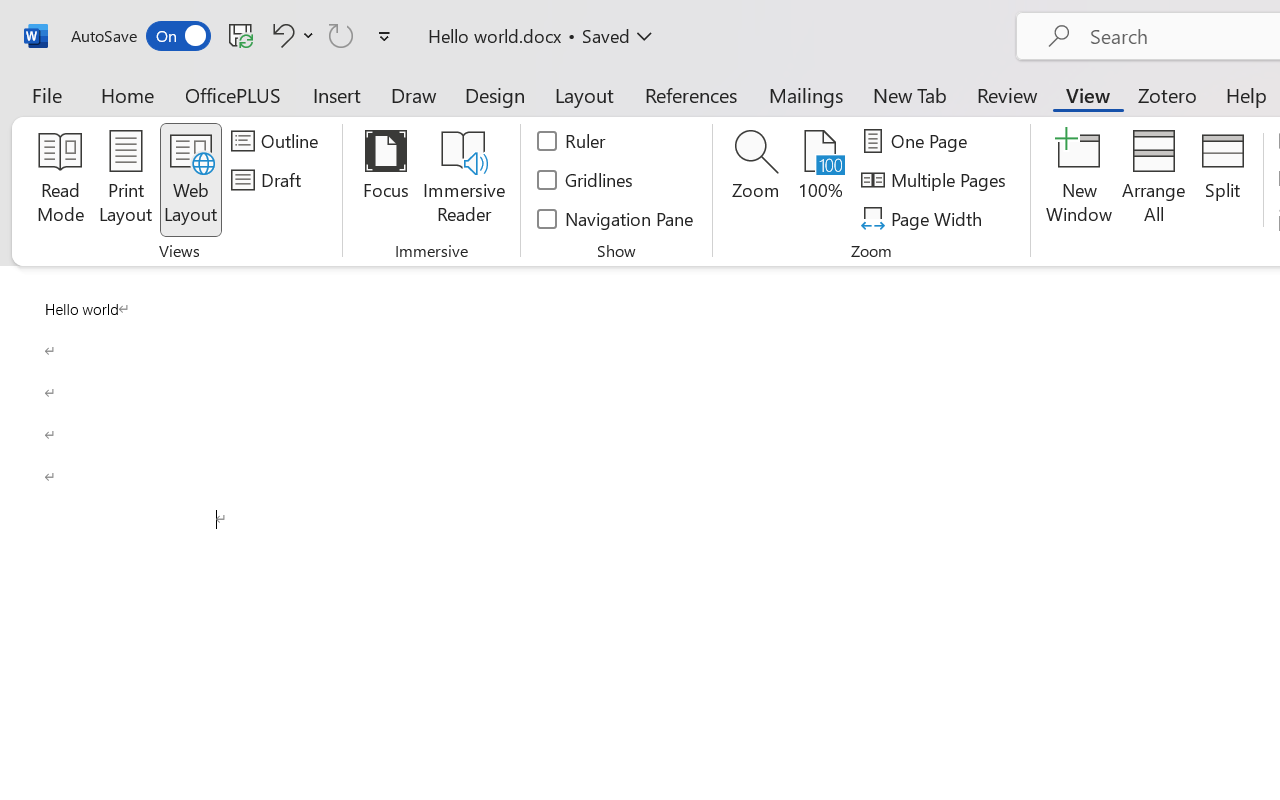 The width and height of the screenshot is (1280, 800). Describe the element at coordinates (125, 179) in the screenshot. I see `'Print Layout'` at that location.